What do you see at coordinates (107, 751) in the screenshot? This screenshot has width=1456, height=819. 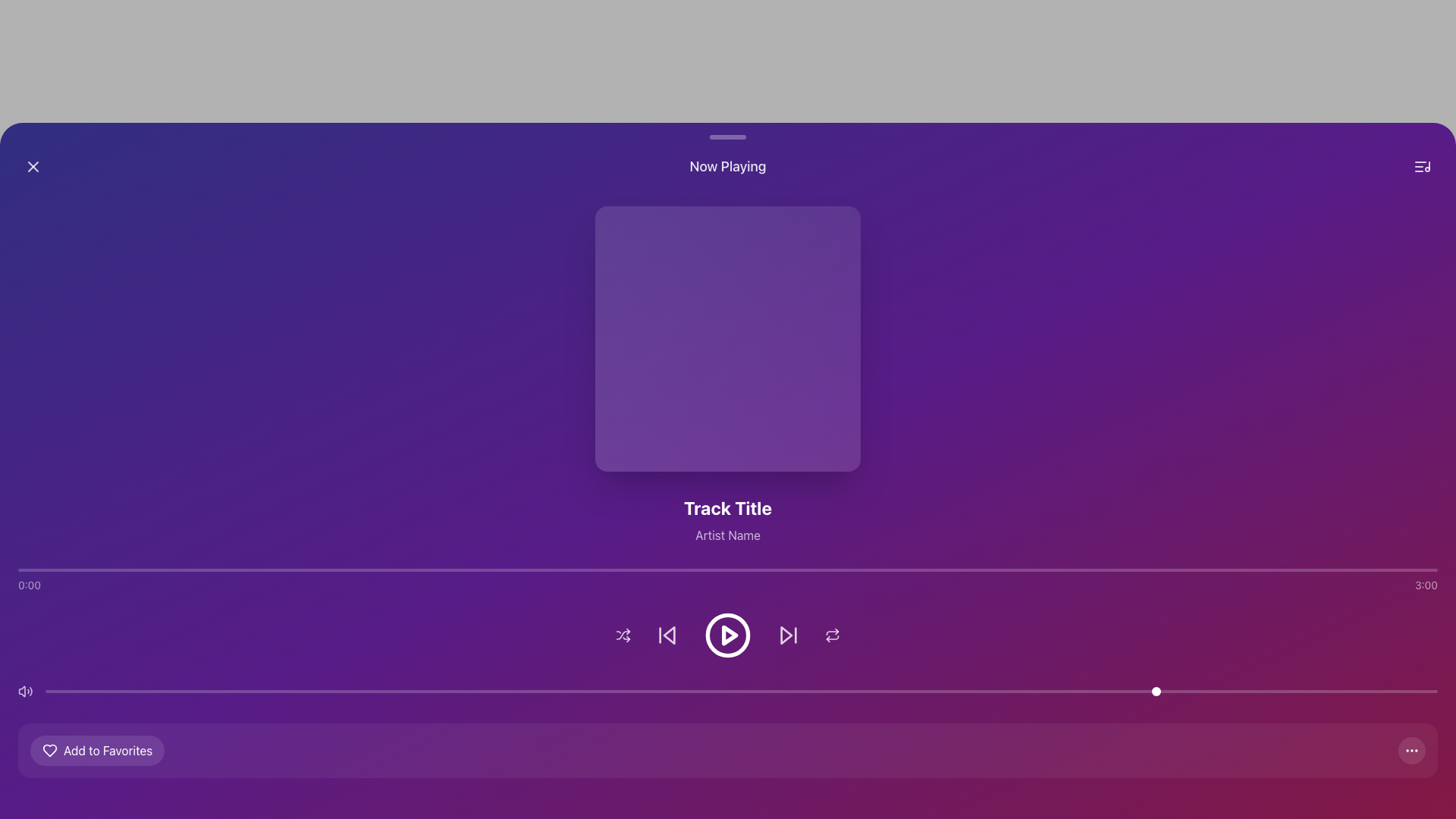 I see `the 'Add to Favorites' button, which features bold text with 'Favorites' highlighted in red and a white heart icon on the left` at bounding box center [107, 751].